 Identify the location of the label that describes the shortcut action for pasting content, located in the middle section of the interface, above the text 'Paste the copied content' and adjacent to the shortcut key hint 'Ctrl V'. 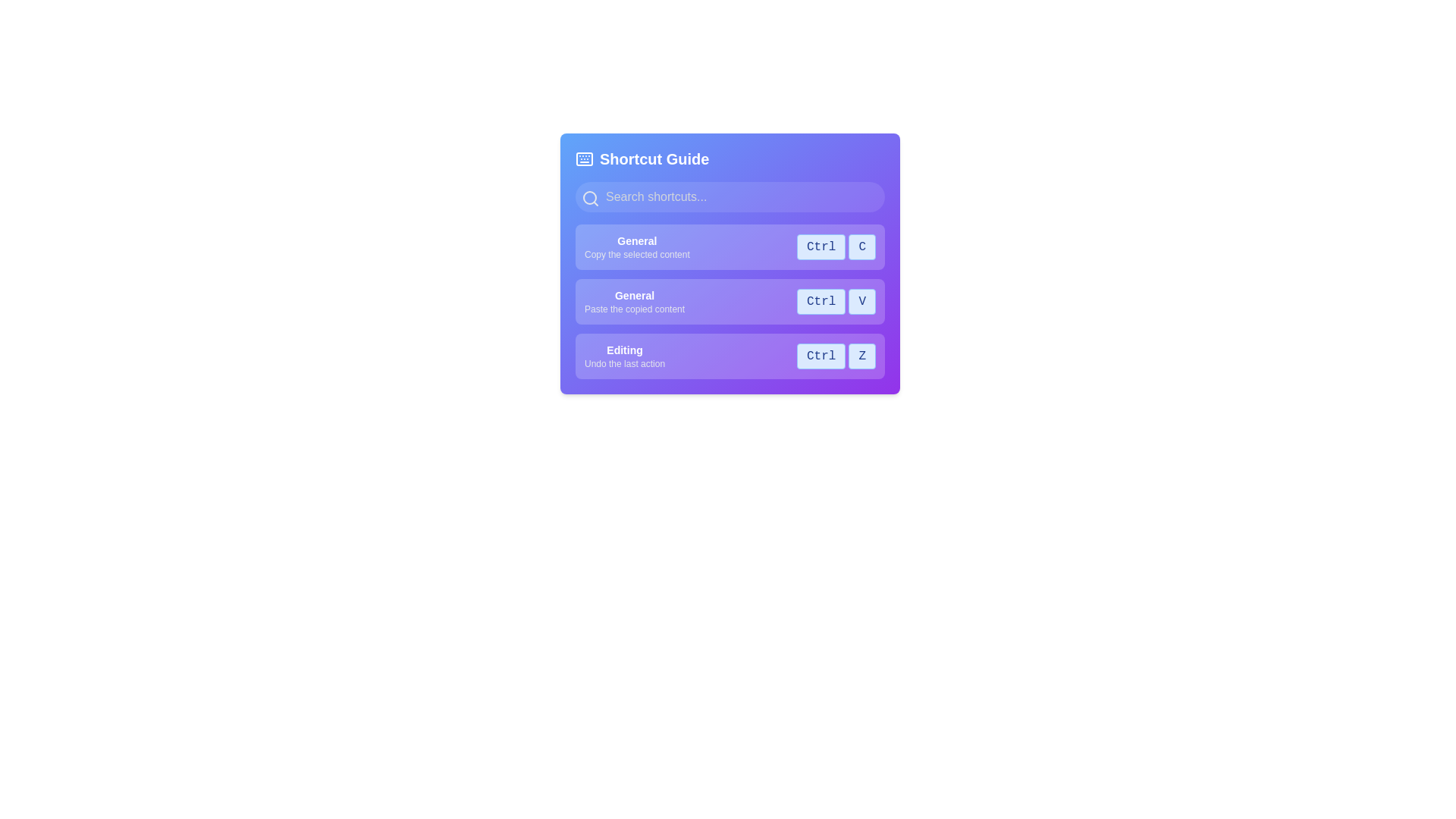
(635, 295).